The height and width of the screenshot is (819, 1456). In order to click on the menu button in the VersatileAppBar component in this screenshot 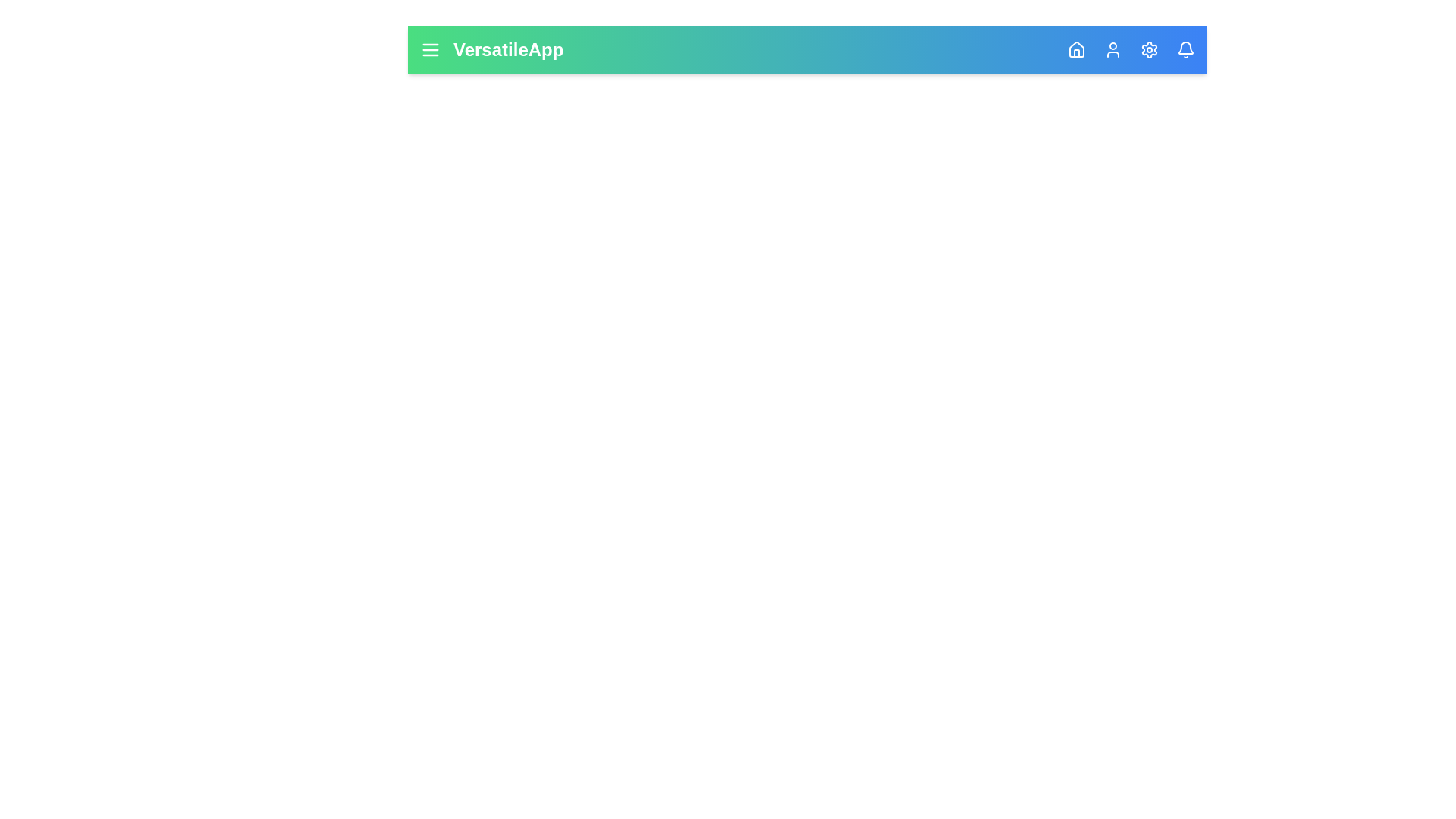, I will do `click(429, 49)`.